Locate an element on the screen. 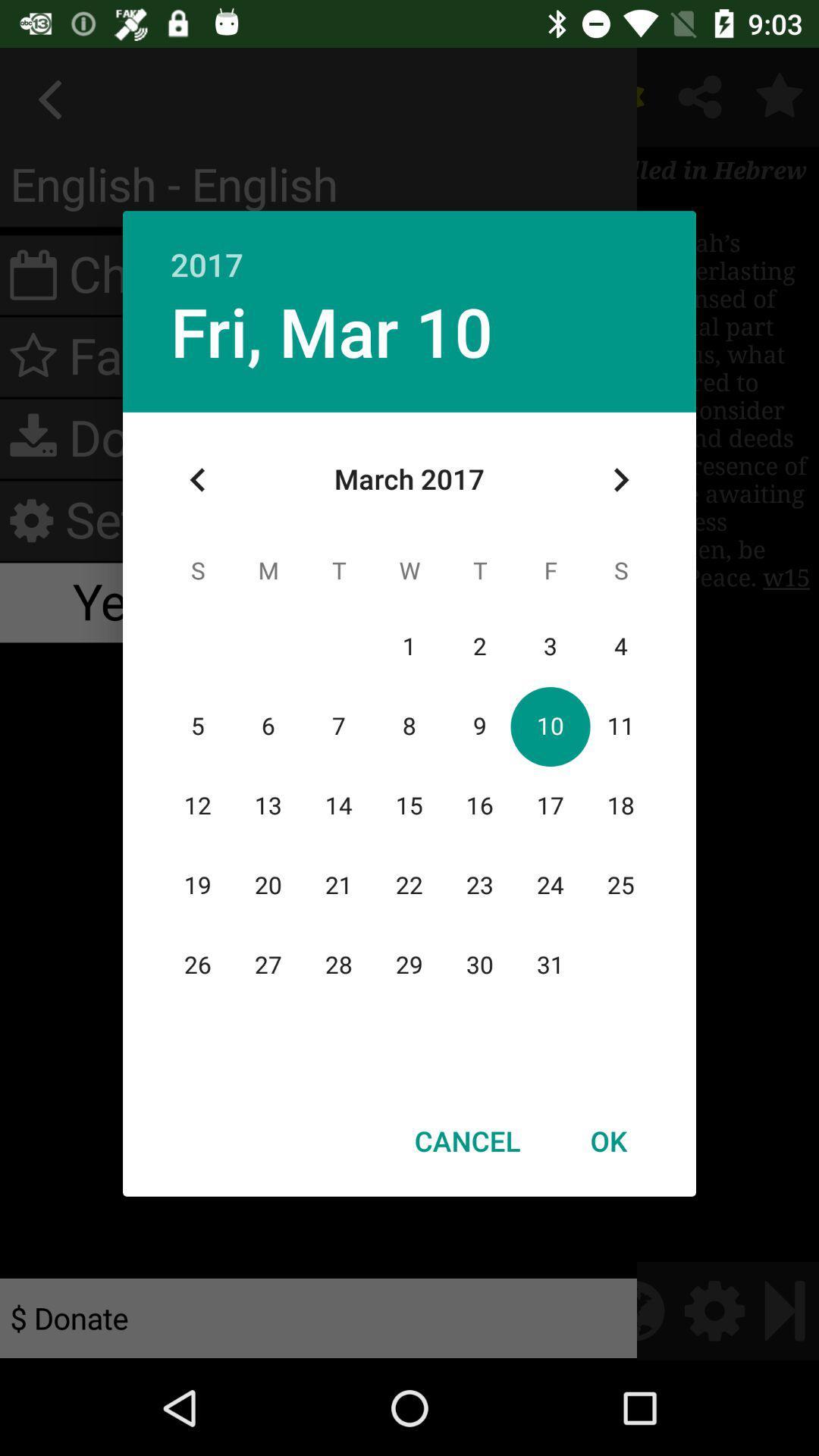 This screenshot has width=819, height=1456. icon at the top right corner is located at coordinates (620, 479).